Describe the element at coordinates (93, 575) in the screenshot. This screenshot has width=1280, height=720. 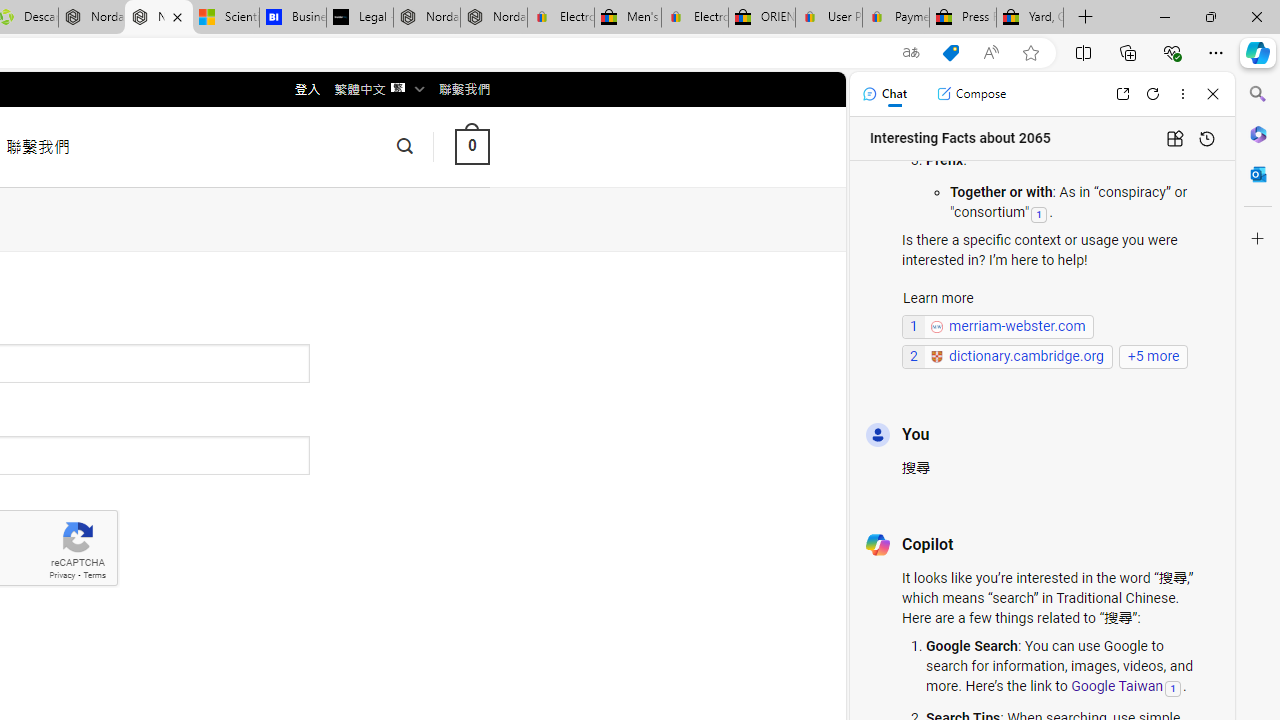
I see `'Terms'` at that location.